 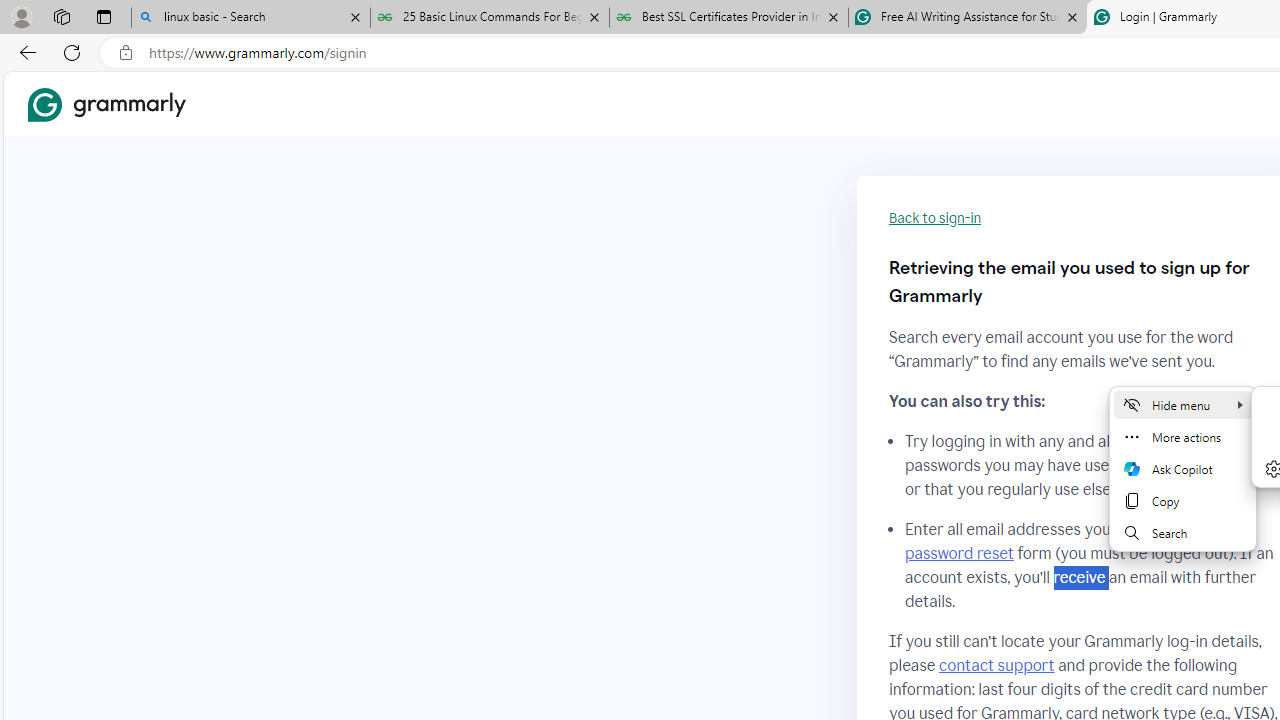 I want to click on 'Hide menu', so click(x=1182, y=405).